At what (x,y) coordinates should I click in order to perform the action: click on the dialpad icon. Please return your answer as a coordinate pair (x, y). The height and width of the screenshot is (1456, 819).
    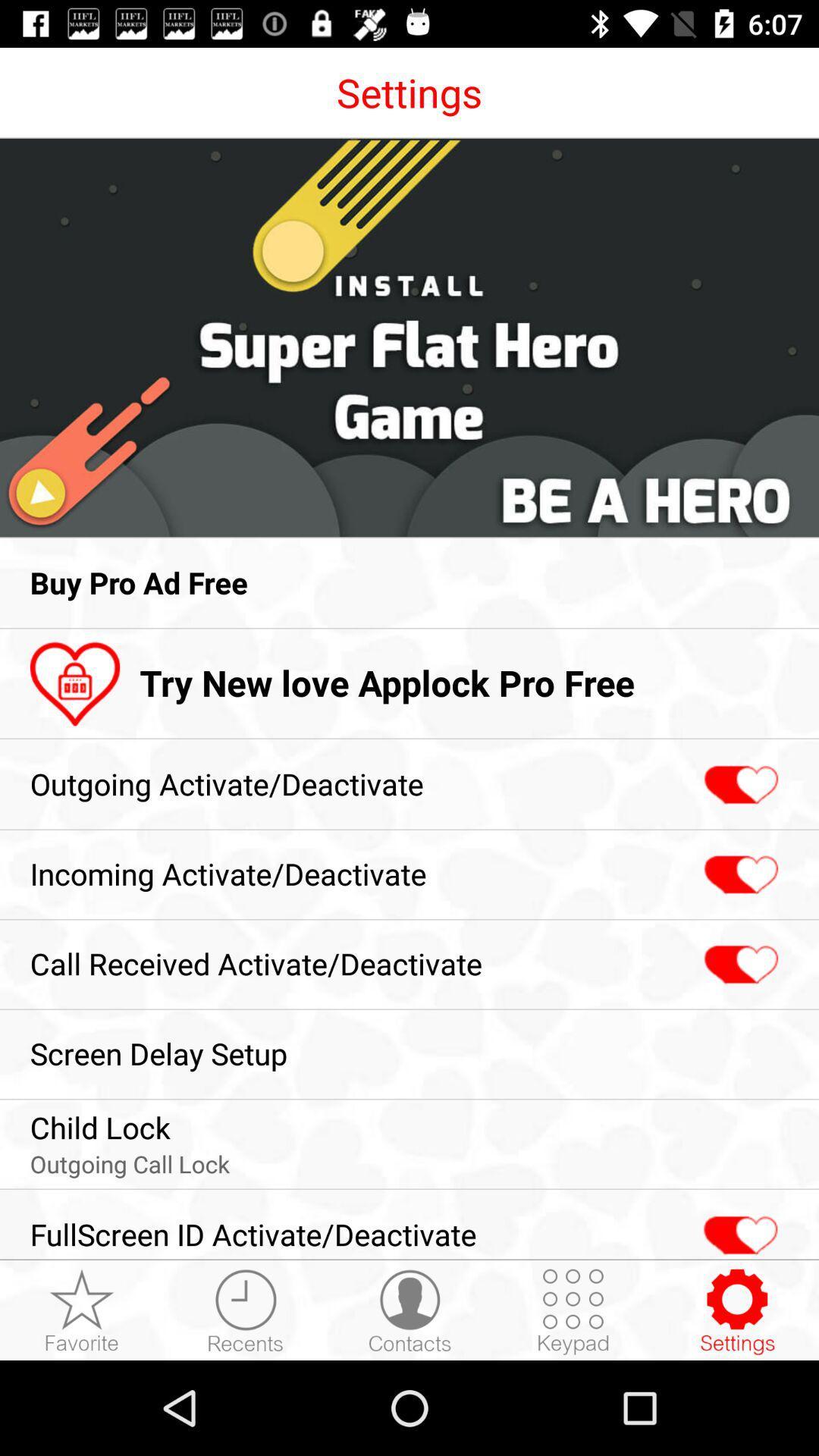
    Looking at the image, I should click on (573, 1310).